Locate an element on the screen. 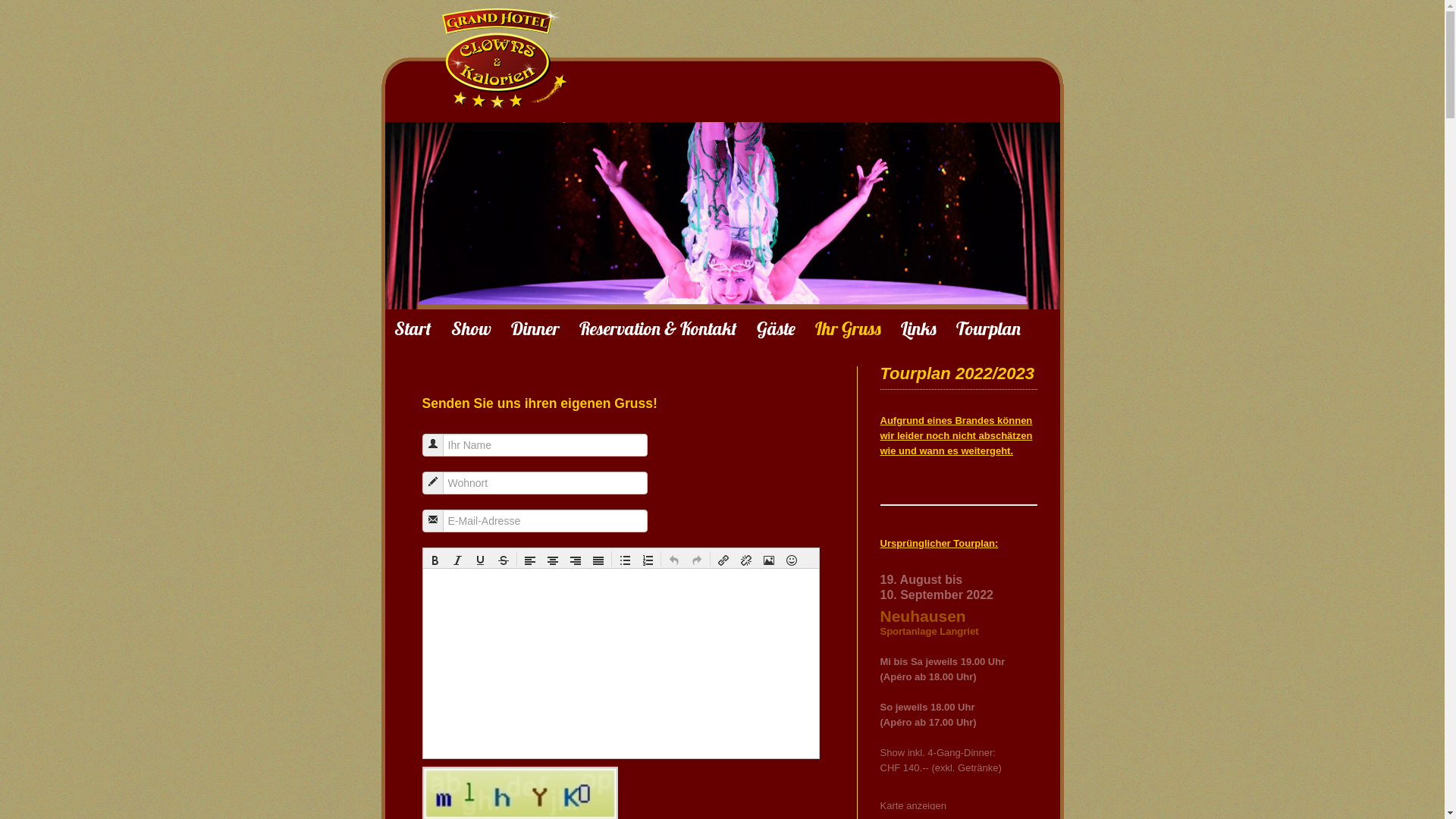 Image resolution: width=1456 pixels, height=819 pixels. 'Karte anzeigen' is located at coordinates (880, 805).